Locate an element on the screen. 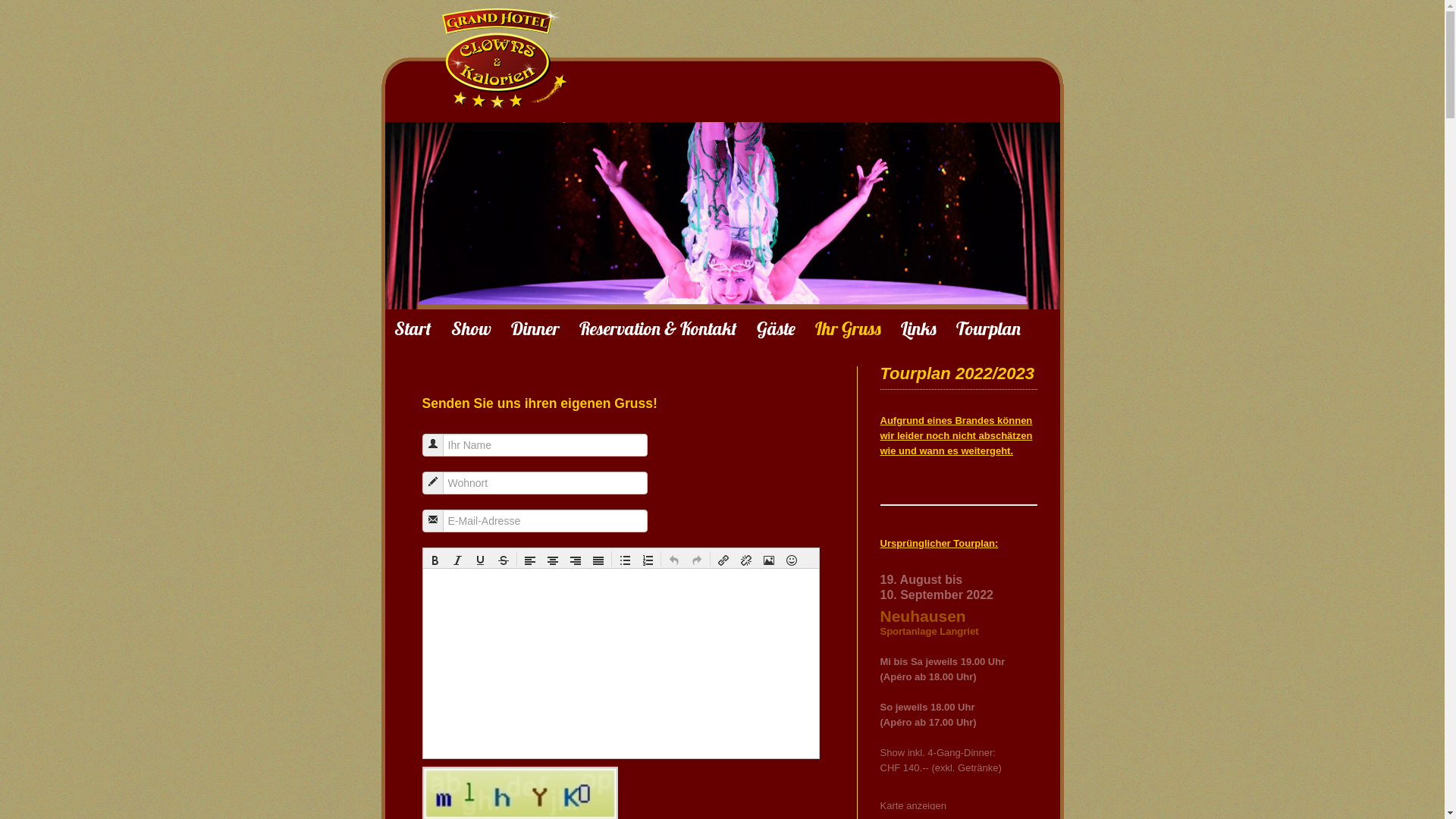 Image resolution: width=1456 pixels, height=819 pixels. 'Karte anzeigen' is located at coordinates (880, 805).